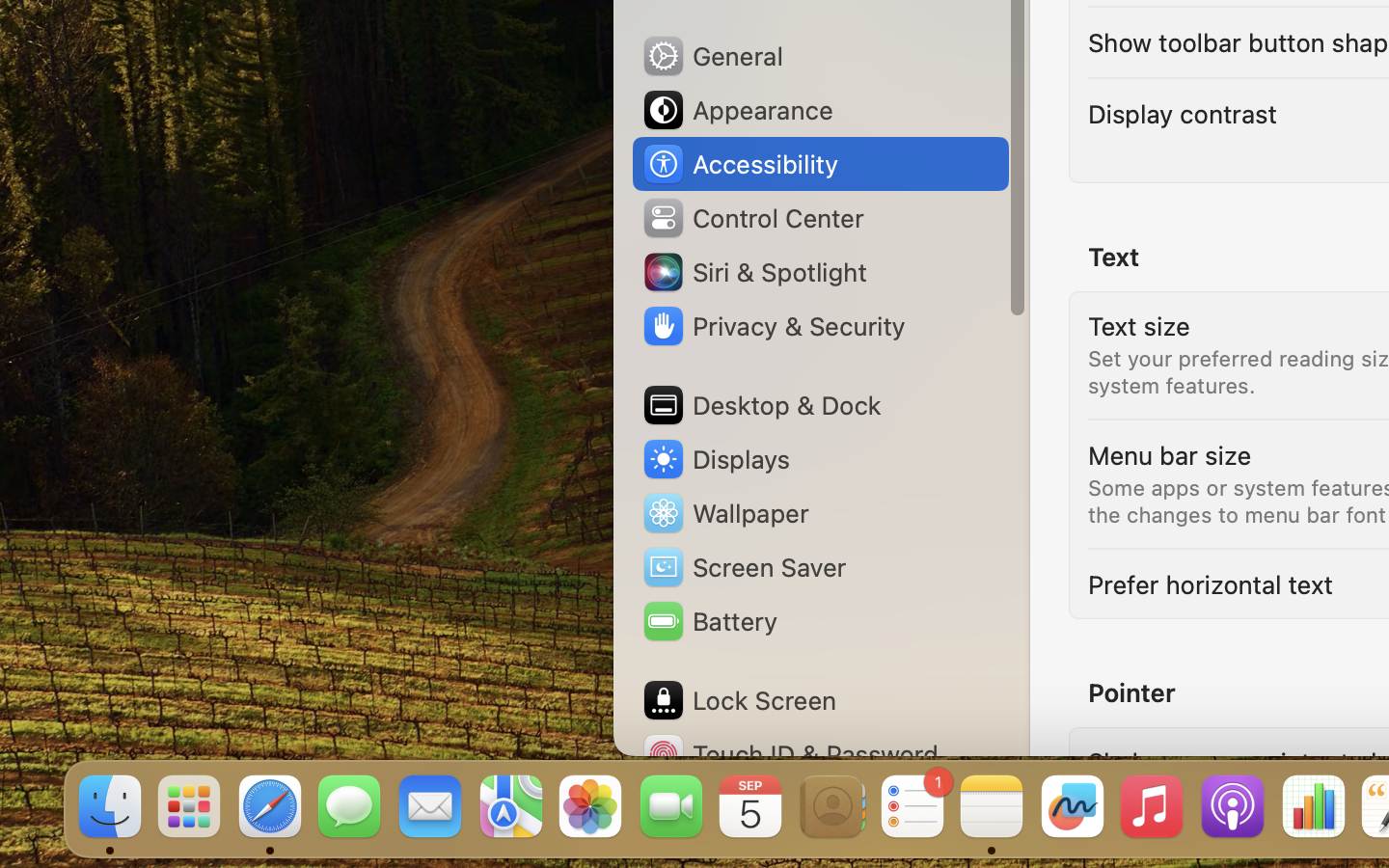  Describe the element at coordinates (790, 753) in the screenshot. I see `'Touch ID & Password'` at that location.